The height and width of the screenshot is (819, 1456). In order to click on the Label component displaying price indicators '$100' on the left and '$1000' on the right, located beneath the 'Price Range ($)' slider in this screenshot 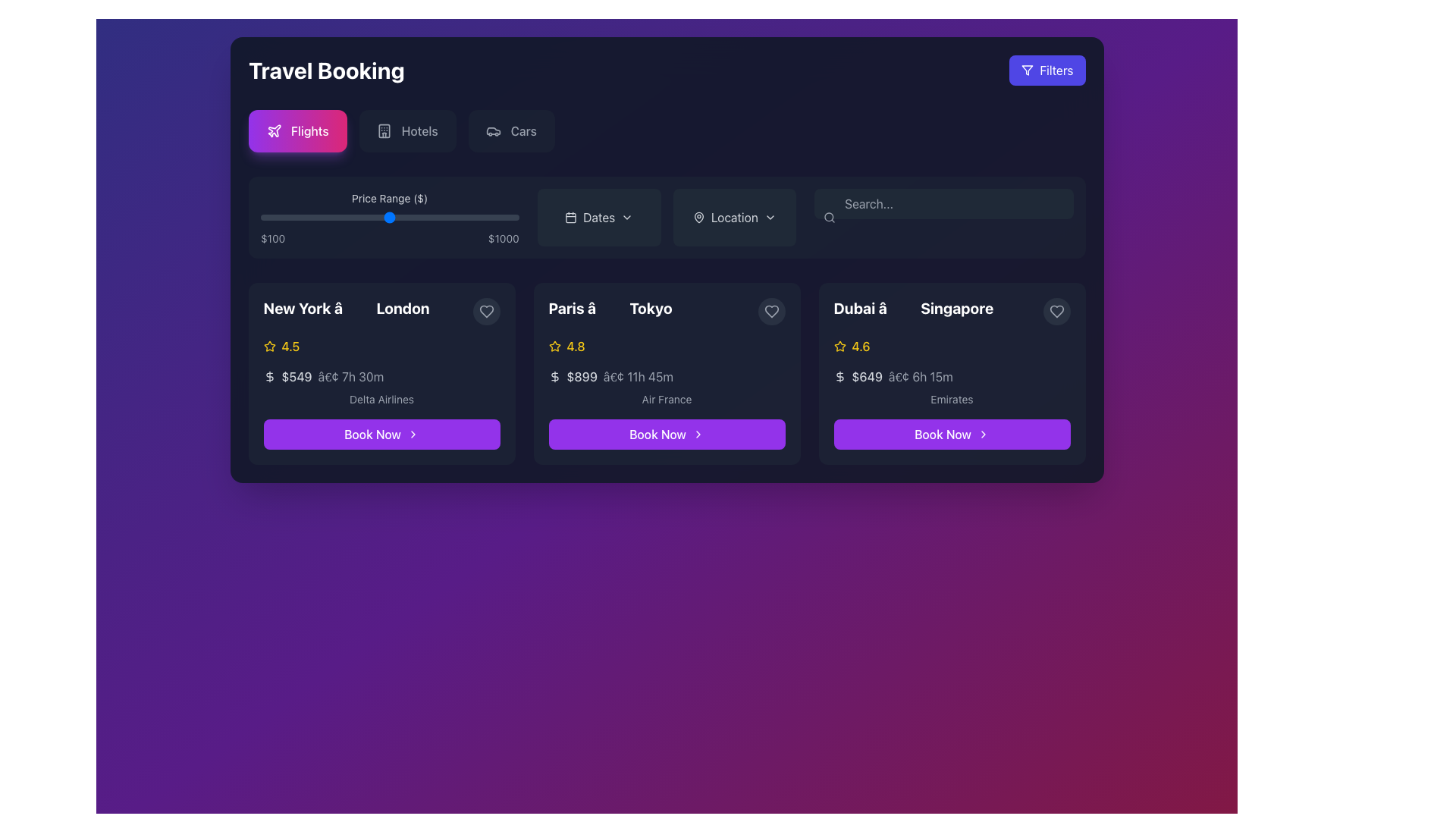, I will do `click(390, 239)`.